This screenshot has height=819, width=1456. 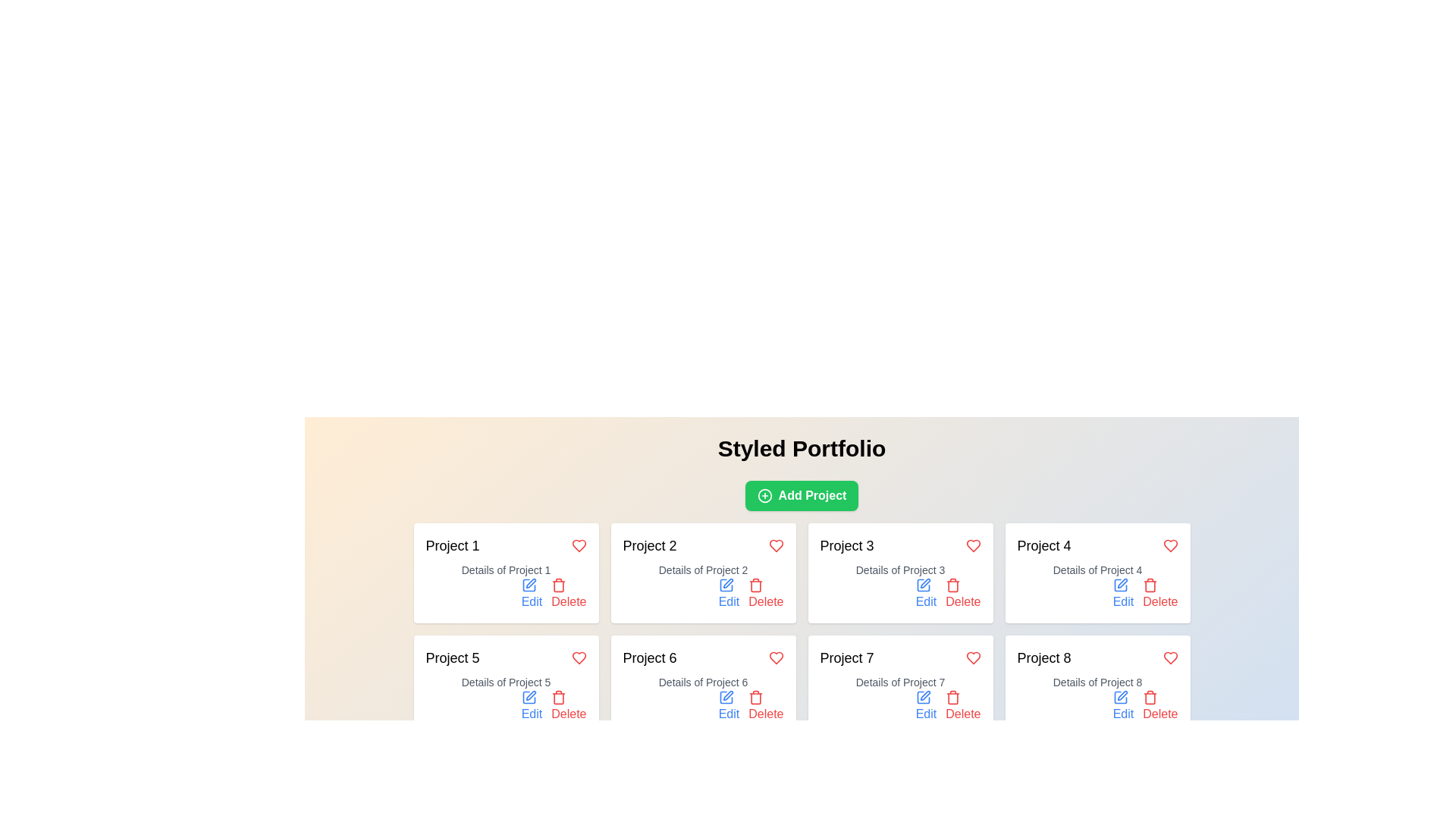 I want to click on the 'Edit' Link-button, which is located to the left of the 'Delete' option within the project card for 'Project 2', so click(x=729, y=593).